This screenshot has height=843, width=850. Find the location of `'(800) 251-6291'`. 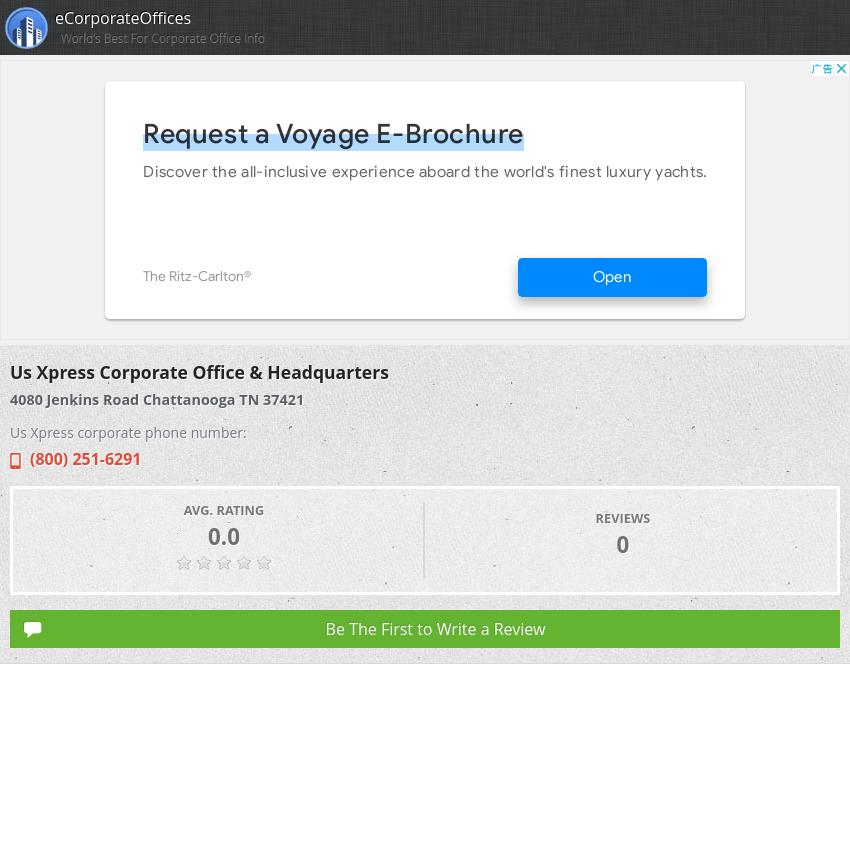

'(800) 251-6291' is located at coordinates (29, 459).